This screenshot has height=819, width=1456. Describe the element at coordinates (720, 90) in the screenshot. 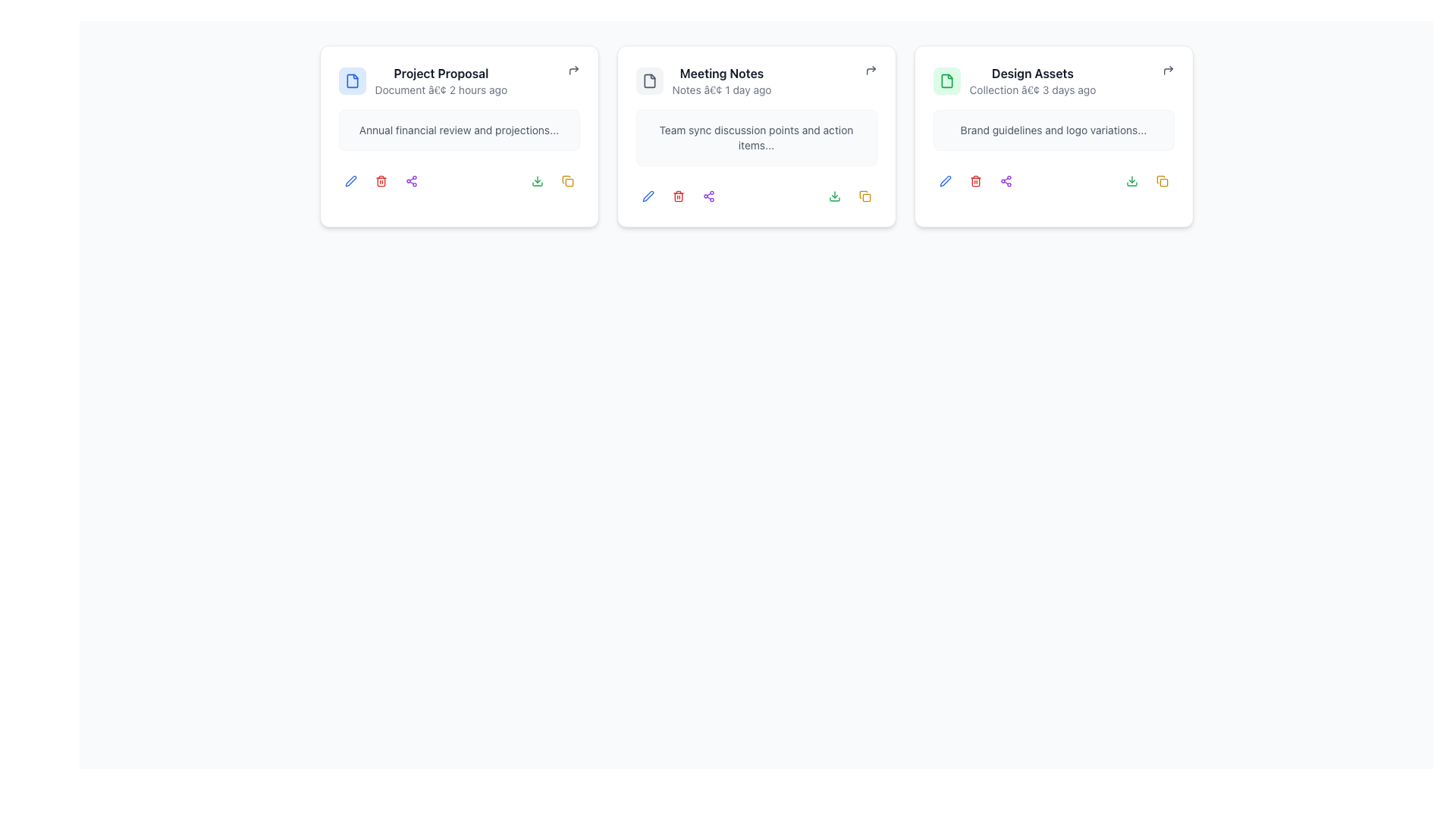

I see `the Text label that indicates 'Notes' and shows a timestamp of '1 day ago', located below 'Meeting Notes' within the center card of a triplet of cards` at that location.